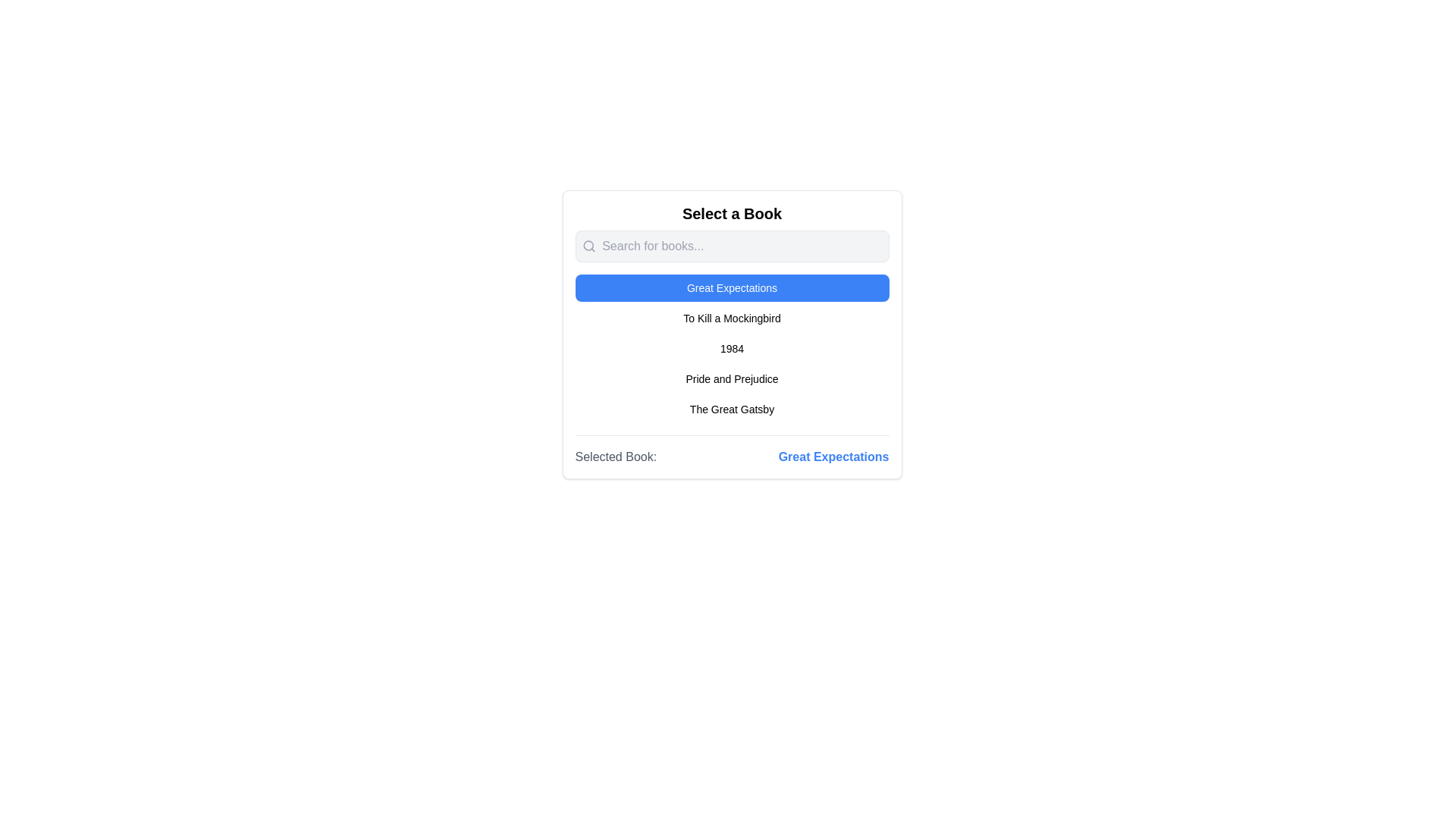  What do you see at coordinates (732, 318) in the screenshot?
I see `the second selectable book title in the list, which is positioned between 'Great Expectations' and '1984'` at bounding box center [732, 318].